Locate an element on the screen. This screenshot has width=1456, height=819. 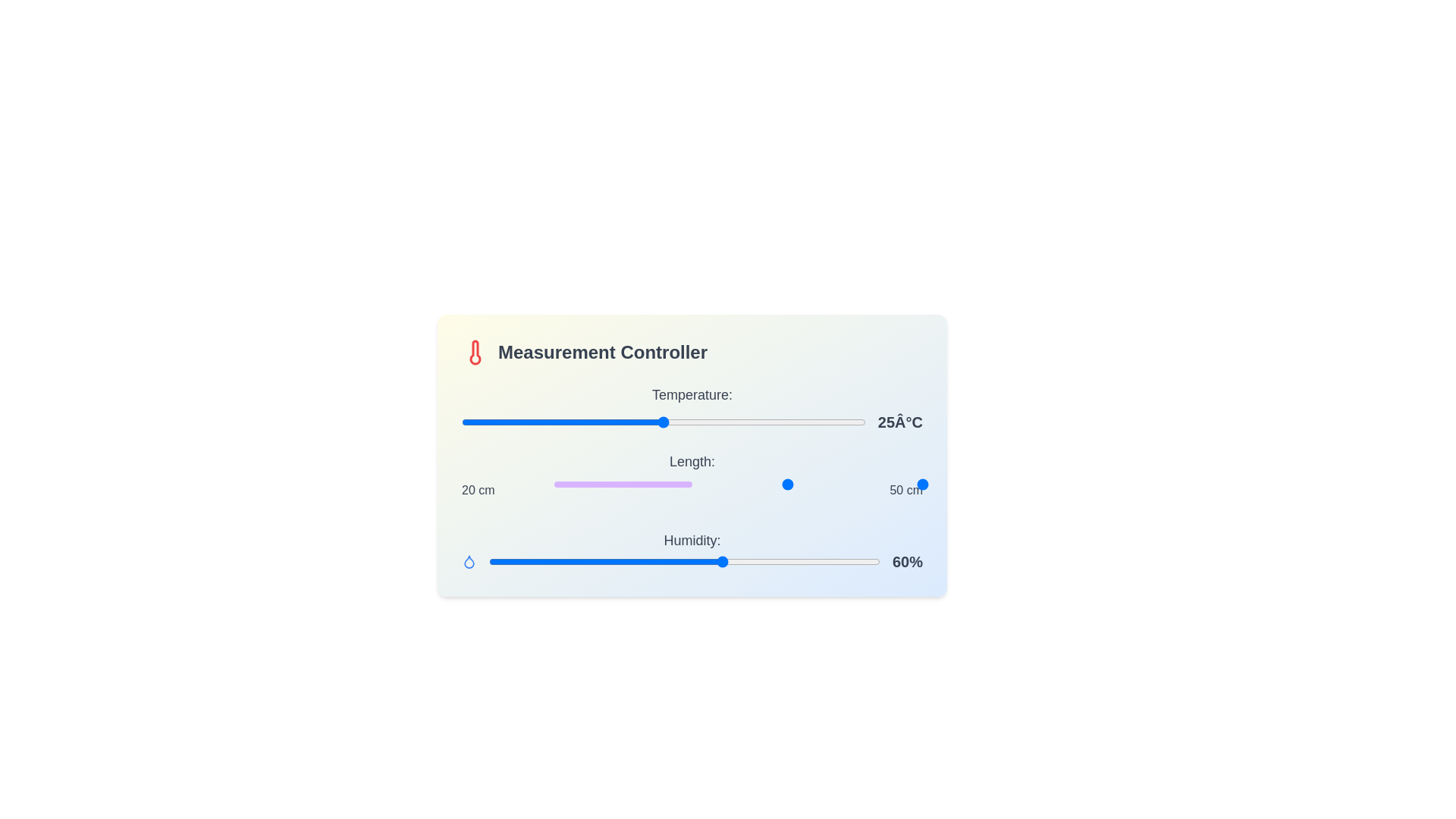
the length is located at coordinates (914, 485).